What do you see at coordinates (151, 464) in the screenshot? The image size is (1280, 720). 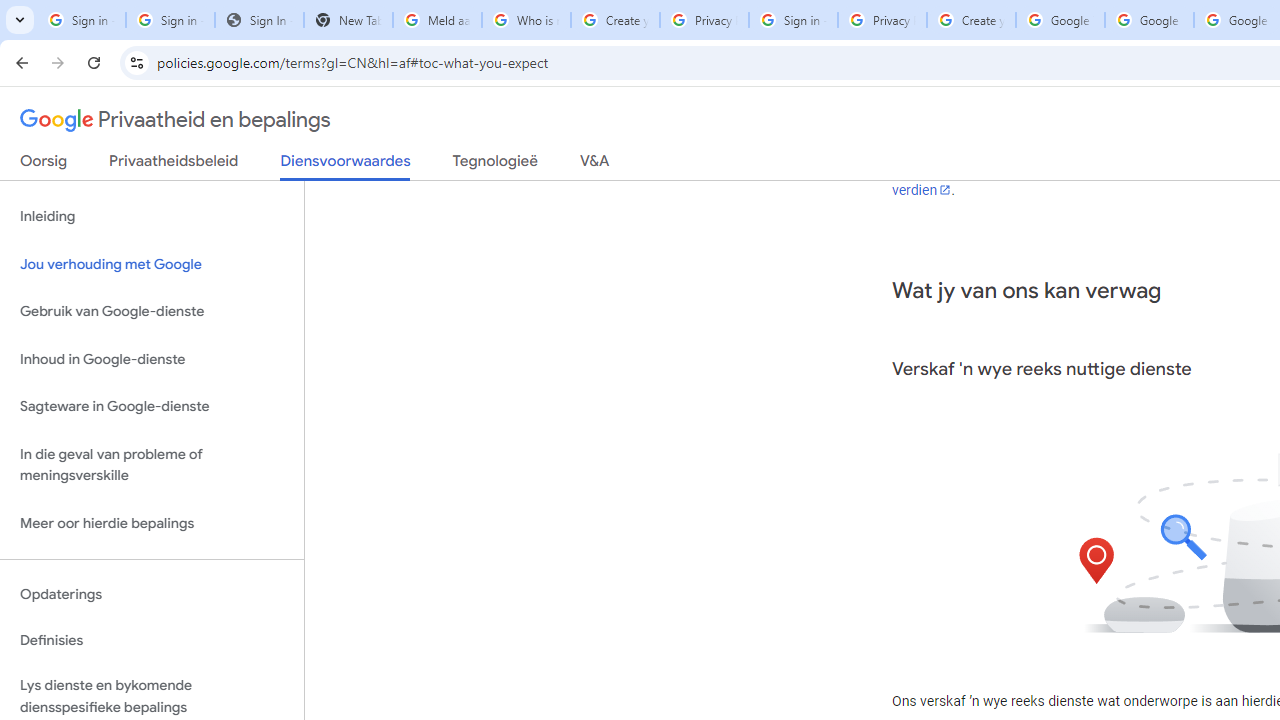 I see `'In die geval van probleme of meningsverskille'` at bounding box center [151, 464].